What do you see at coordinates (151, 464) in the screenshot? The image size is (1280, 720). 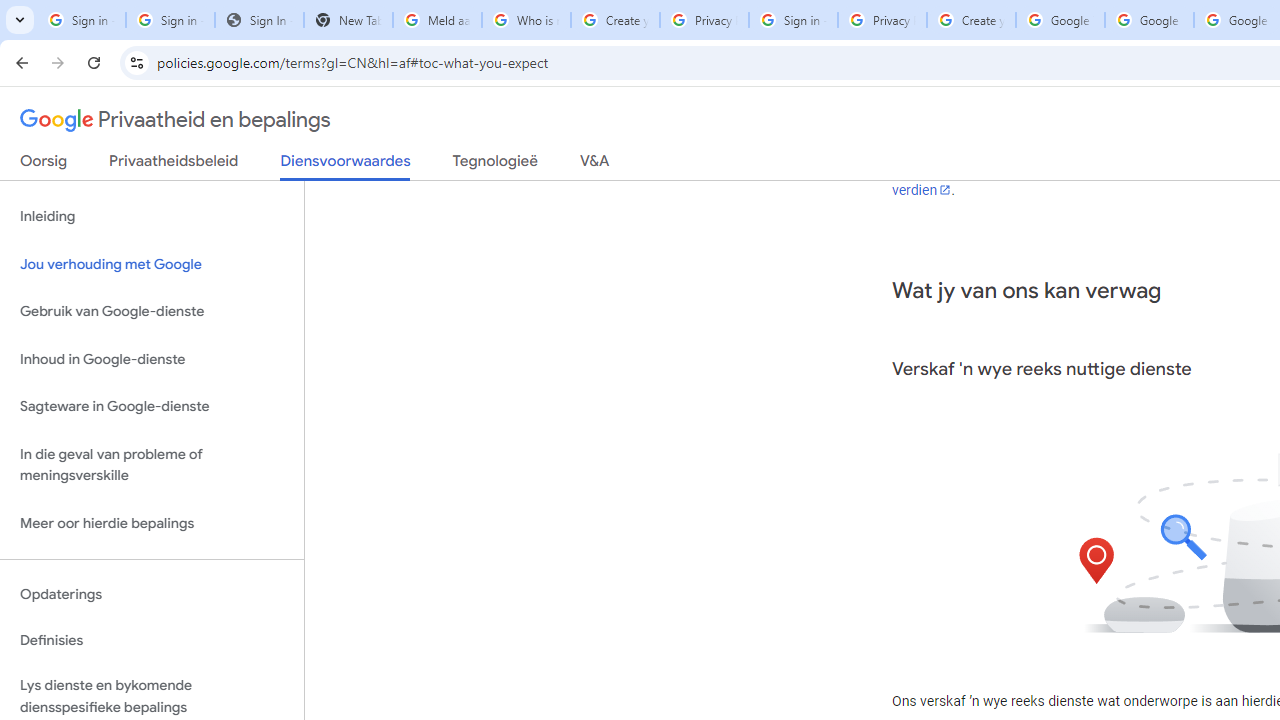 I see `'In die geval van probleme of meningsverskille'` at bounding box center [151, 464].